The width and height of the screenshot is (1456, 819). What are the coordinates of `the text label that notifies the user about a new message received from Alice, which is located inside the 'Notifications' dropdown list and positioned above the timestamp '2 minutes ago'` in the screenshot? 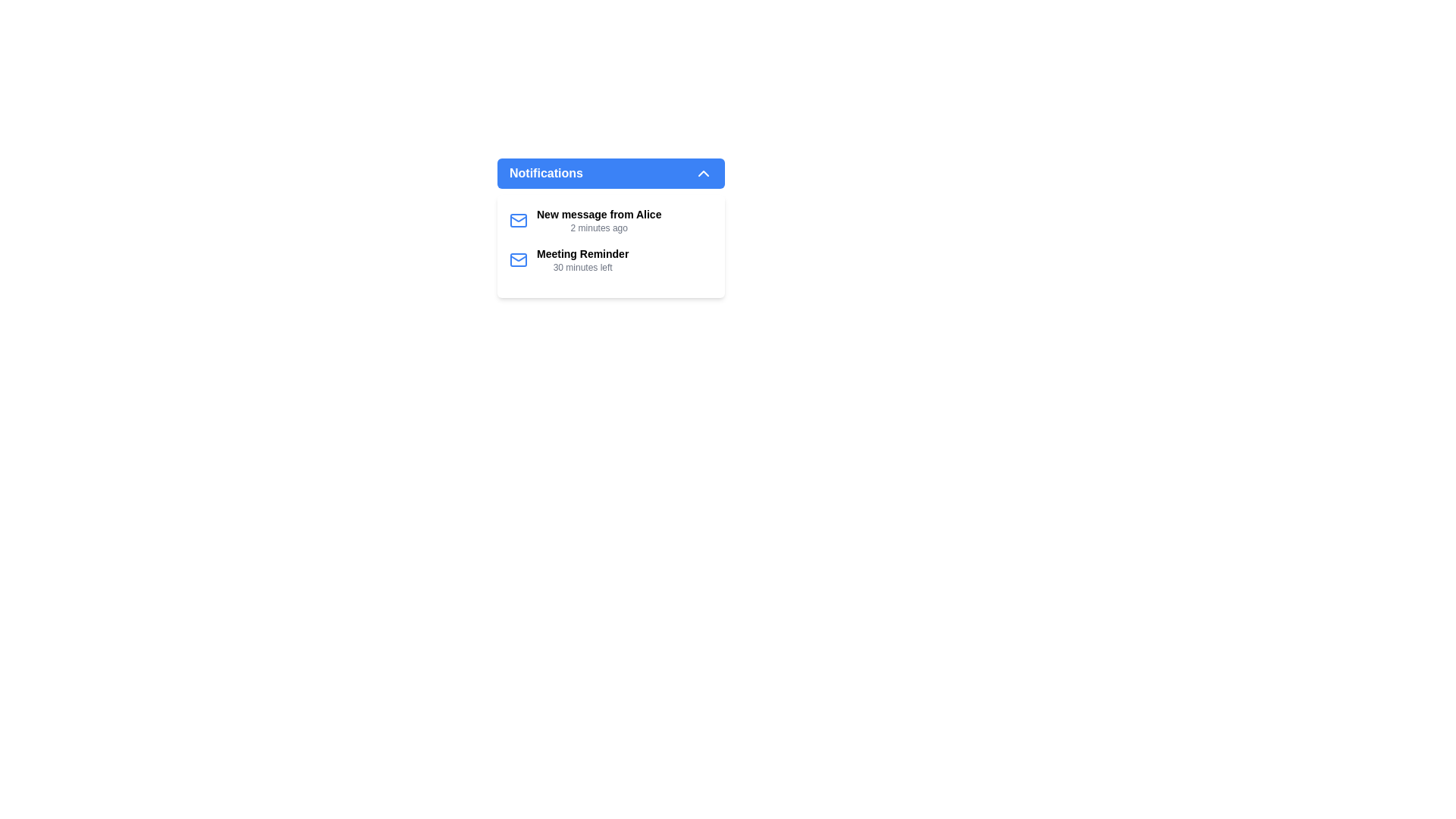 It's located at (598, 214).